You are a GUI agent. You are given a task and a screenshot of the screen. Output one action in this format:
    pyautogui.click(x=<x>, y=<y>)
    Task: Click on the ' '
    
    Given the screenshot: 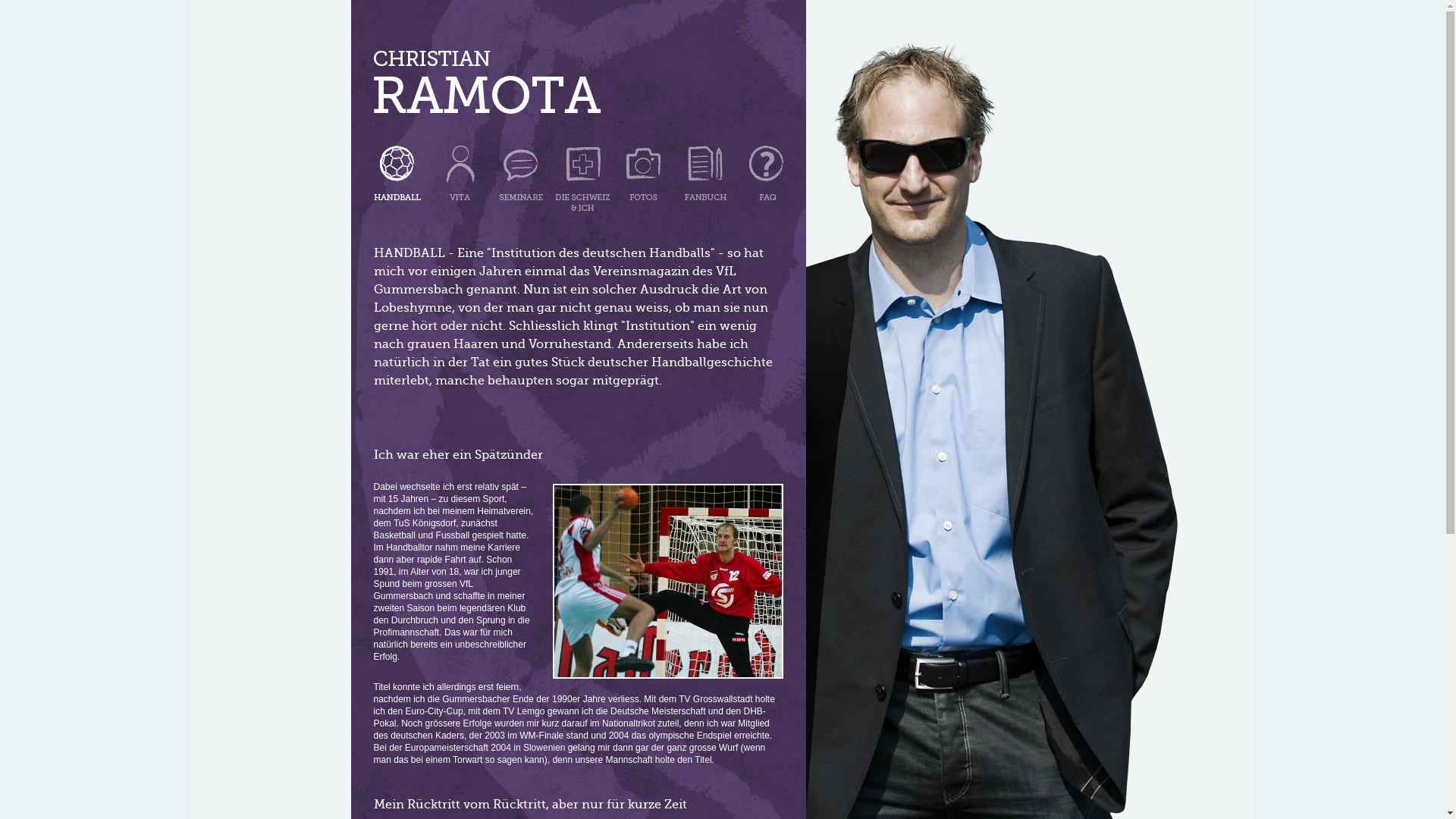 What is the action you would take?
    pyautogui.click(x=645, y=168)
    